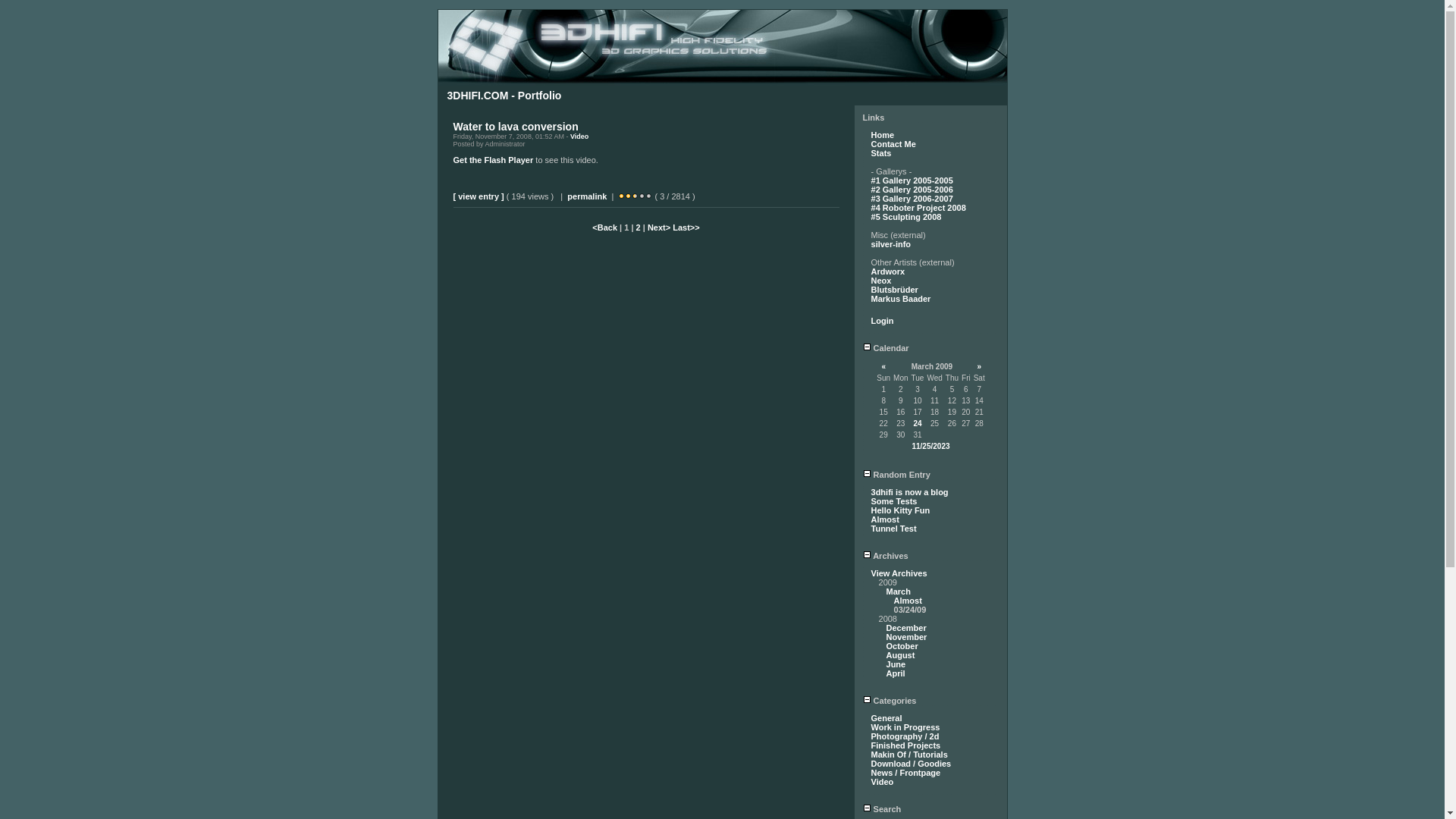  Describe the element at coordinates (871, 519) in the screenshot. I see `'Almost'` at that location.